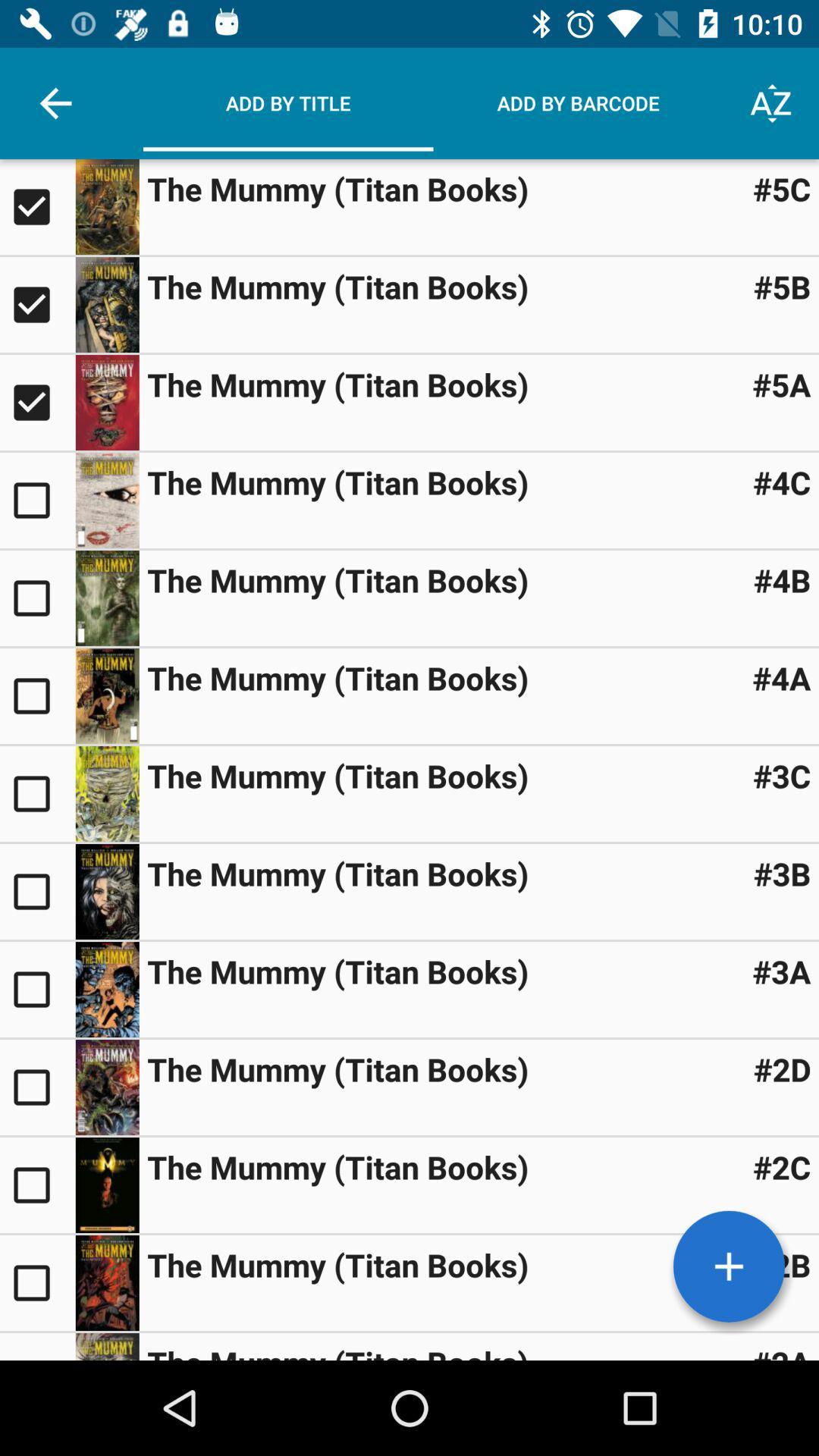 This screenshot has width=819, height=1456. What do you see at coordinates (36, 1185) in the screenshot?
I see `select this title` at bounding box center [36, 1185].